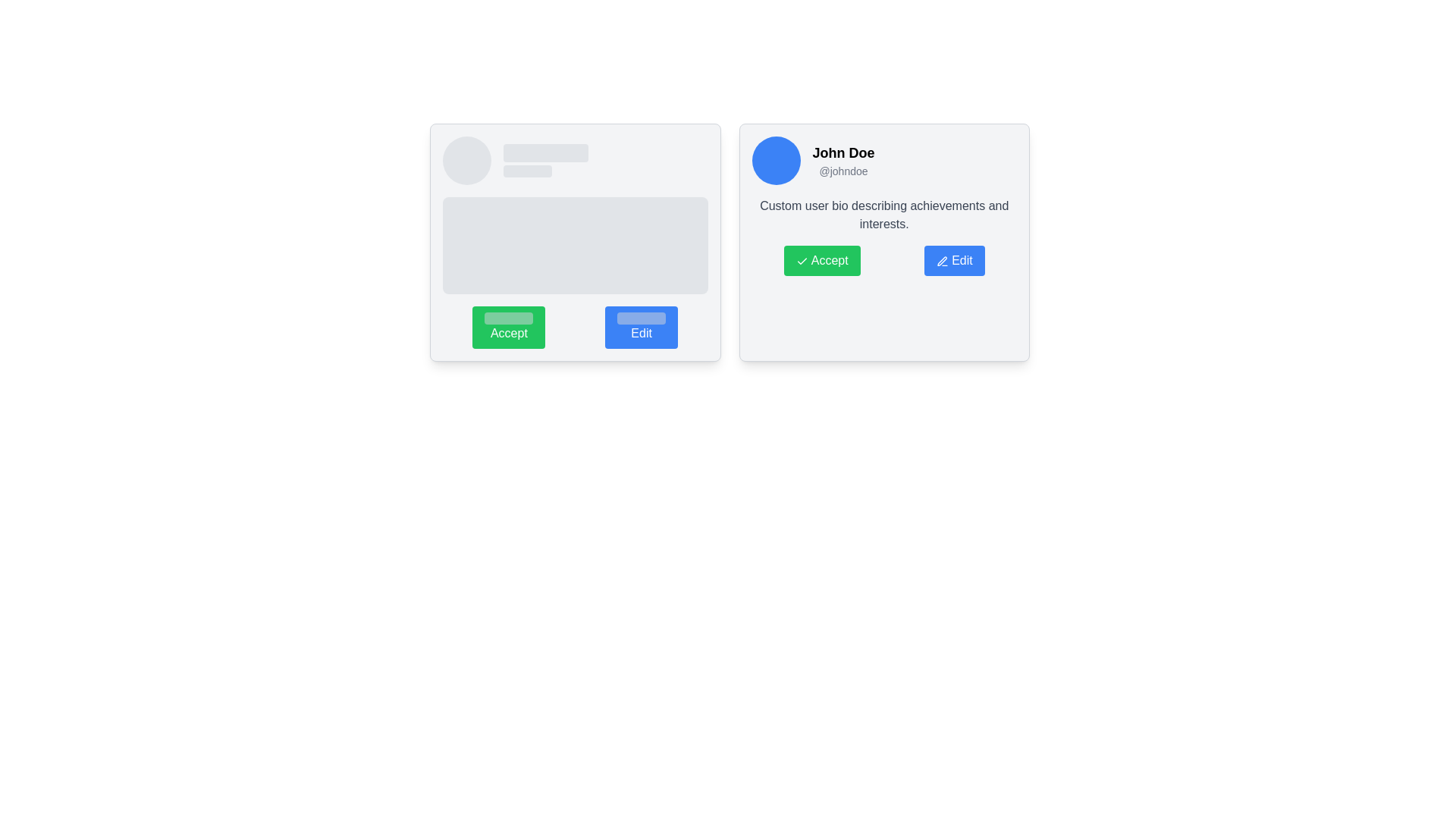 This screenshot has width=1456, height=819. Describe the element at coordinates (509, 318) in the screenshot. I see `loading placeholder element located inside the green 'Accept' button, which has a light gray background and rounded corners` at that location.